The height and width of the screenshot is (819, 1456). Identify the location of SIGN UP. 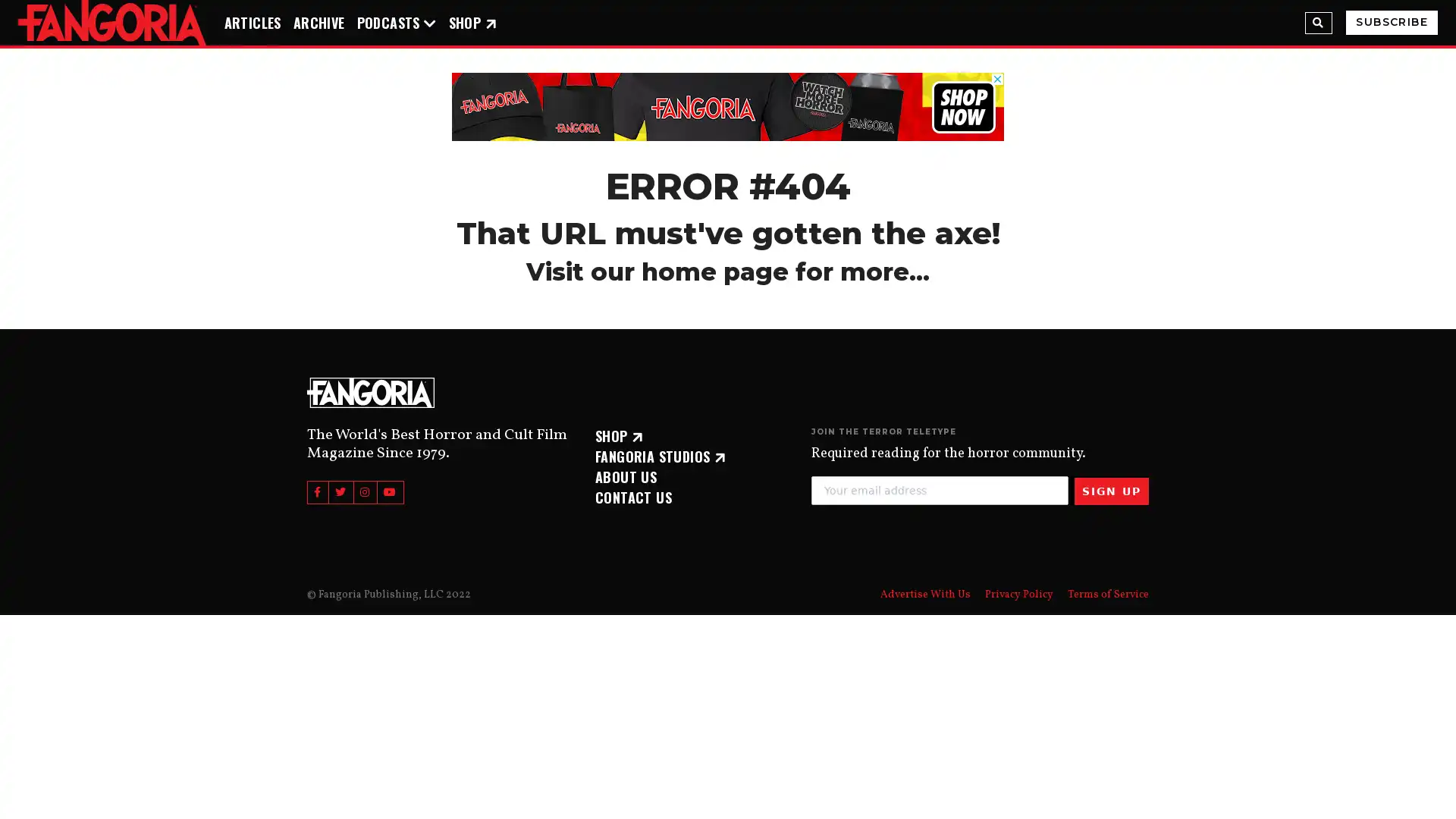
(1110, 491).